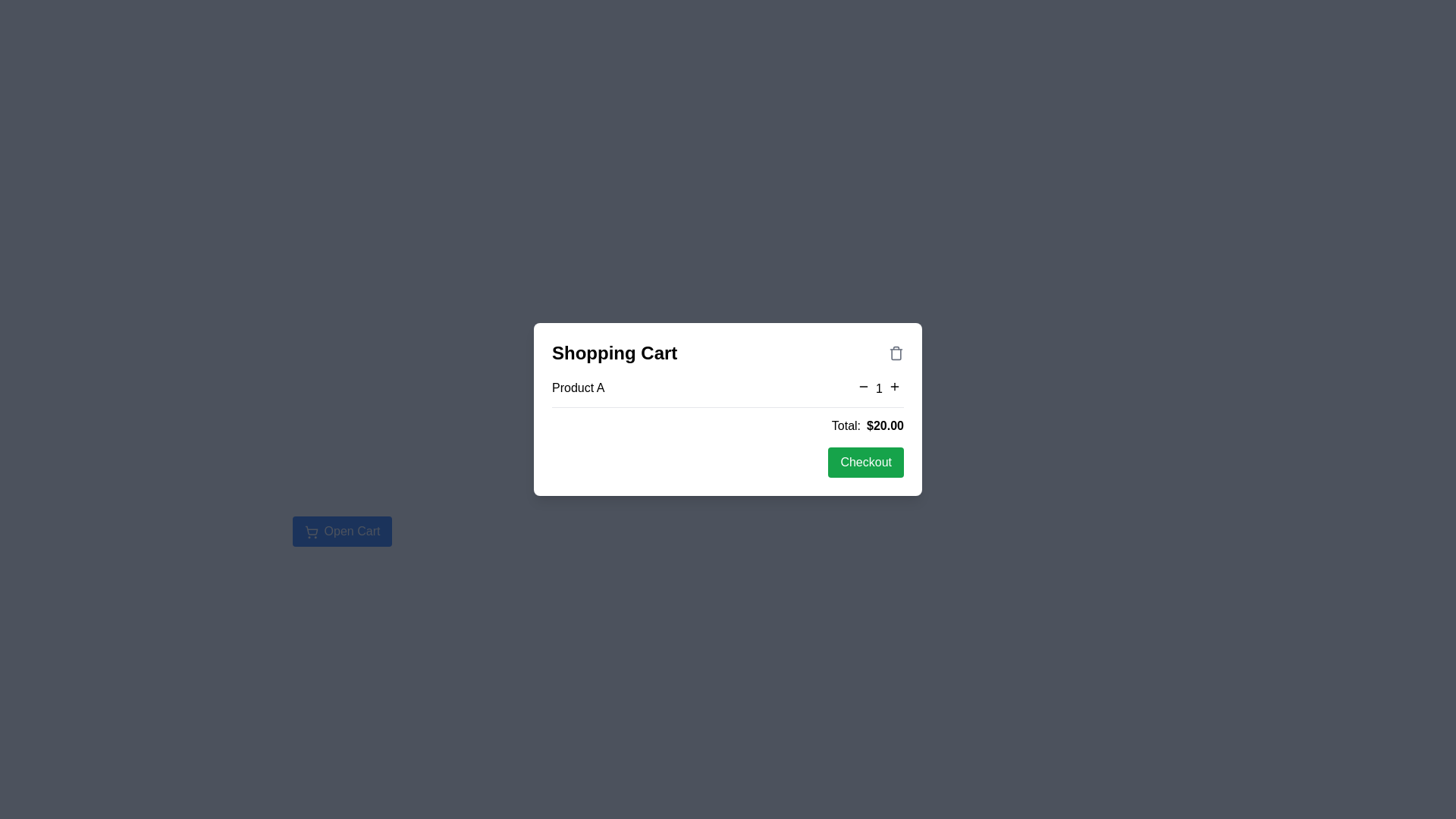  What do you see at coordinates (896, 353) in the screenshot?
I see `the trash can icon, which visually represents the body of a trash can` at bounding box center [896, 353].